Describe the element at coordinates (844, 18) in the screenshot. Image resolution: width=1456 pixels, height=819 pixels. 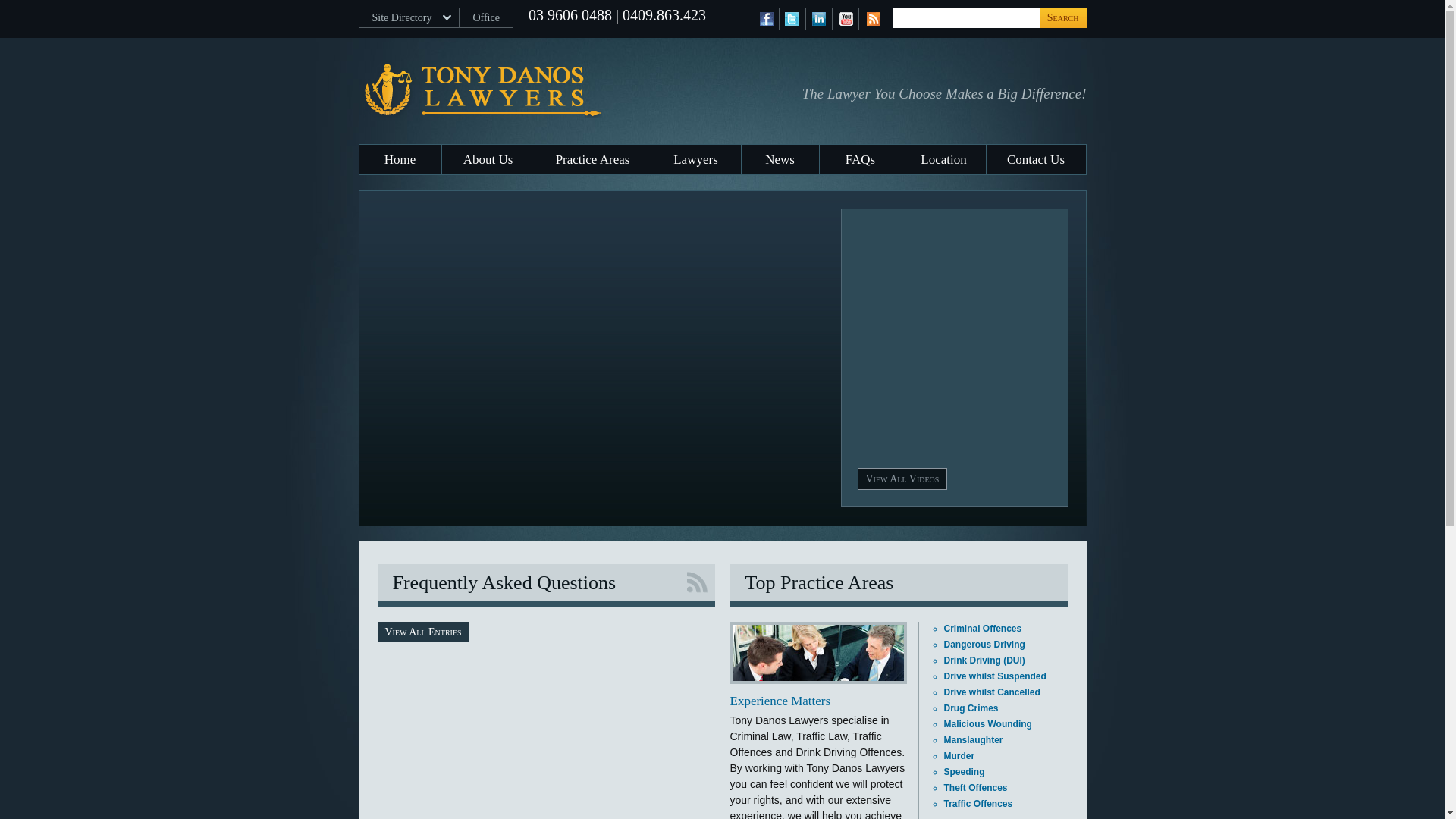
I see `'YouTube'` at that location.